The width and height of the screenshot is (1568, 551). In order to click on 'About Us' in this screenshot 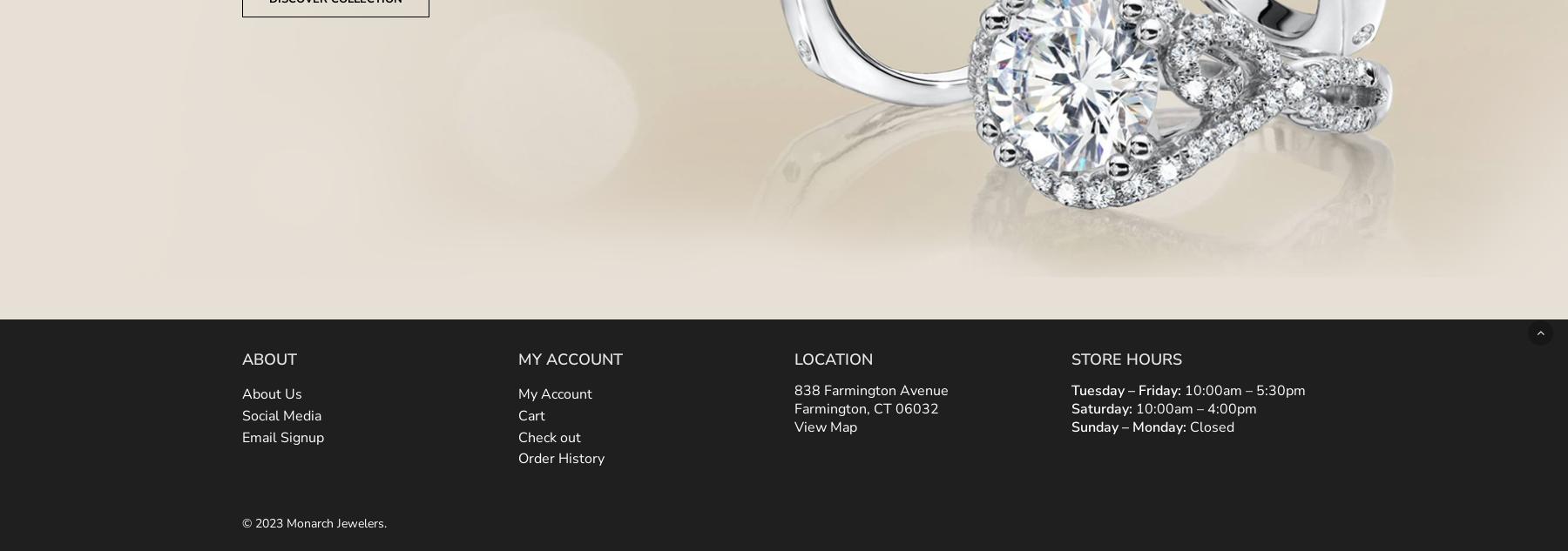, I will do `click(270, 393)`.